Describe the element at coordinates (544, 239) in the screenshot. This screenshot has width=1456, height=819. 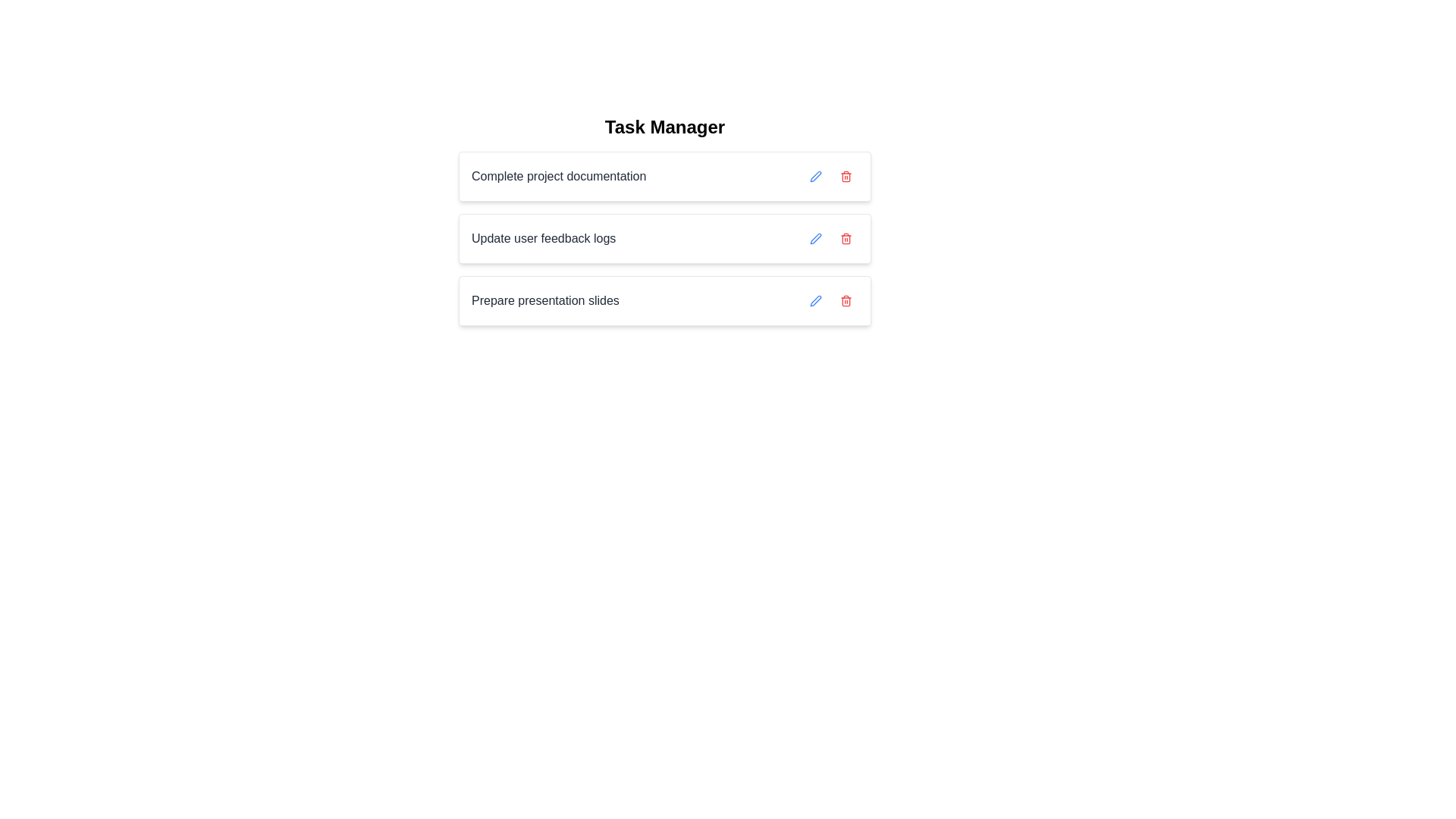
I see `the static text label displaying the title or description of the task located between 'Complete project documentation' and 'Prepare presentation slides' in the current task list` at that location.